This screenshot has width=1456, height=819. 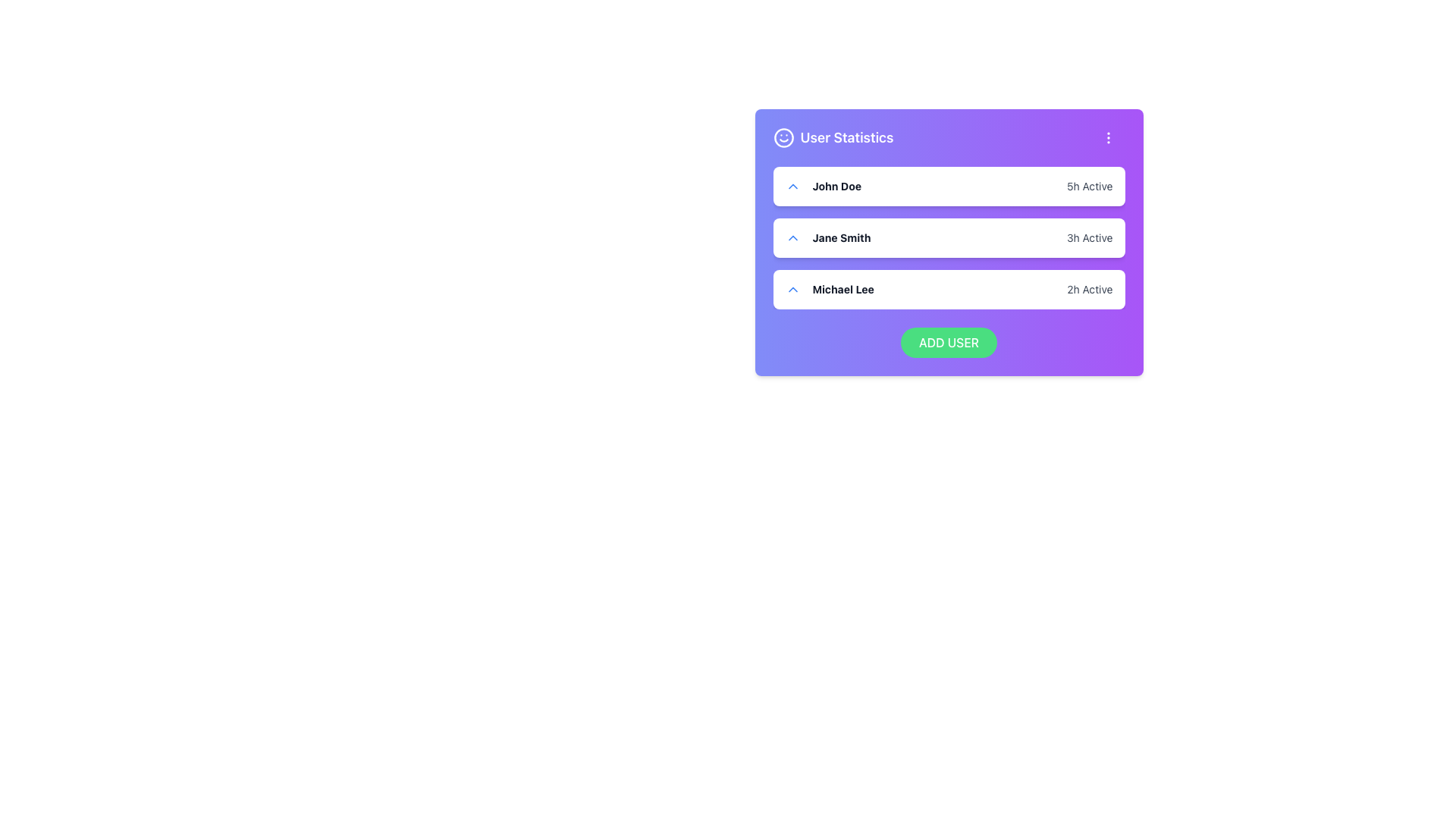 What do you see at coordinates (1108, 137) in the screenshot?
I see `the vertical ellipsis icon consisting of three vertically aligned dots located in the top-right corner of the panel with a purple gradient background` at bounding box center [1108, 137].